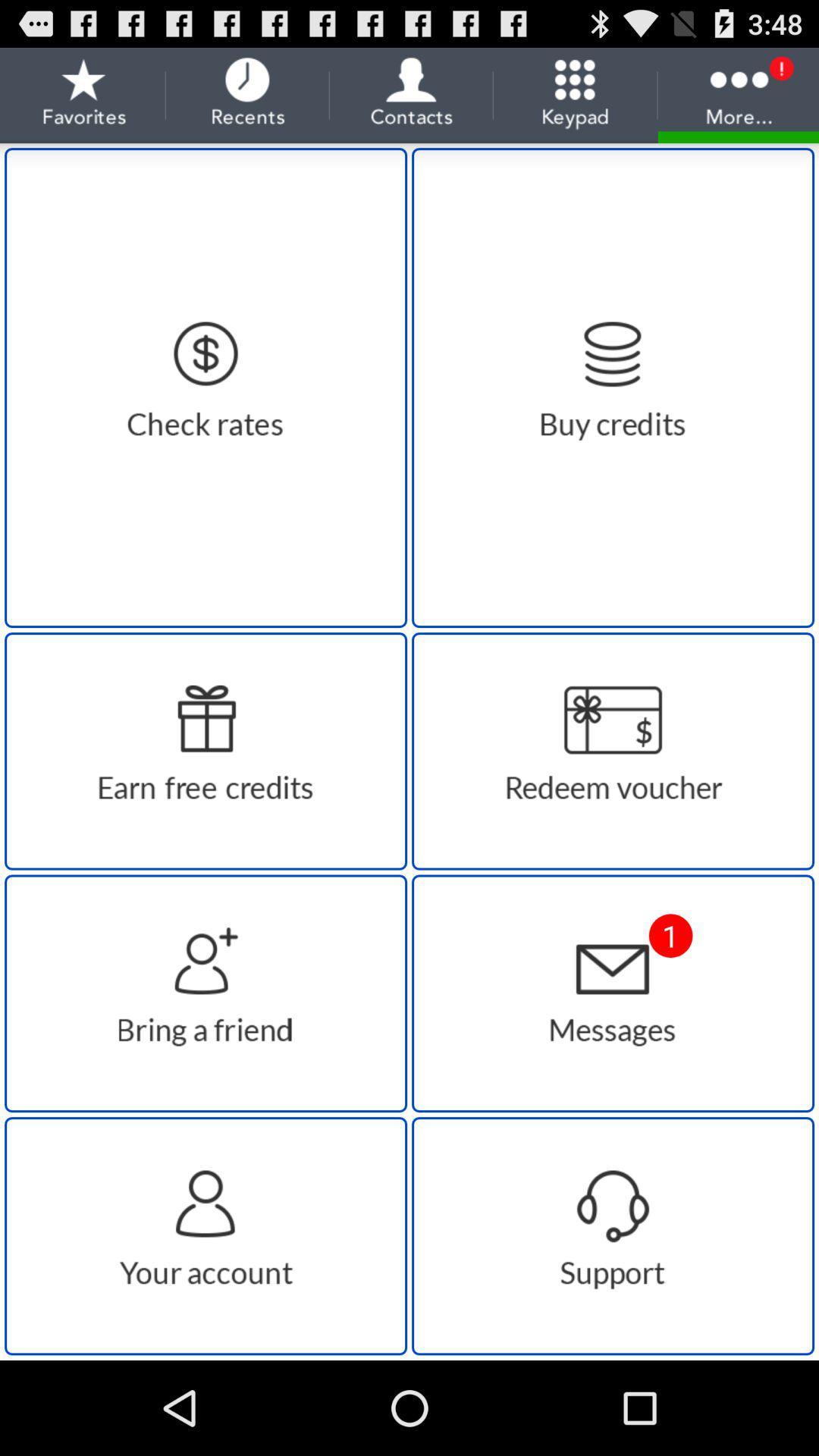 This screenshot has width=819, height=1456. I want to click on buy credits, so click(612, 388).